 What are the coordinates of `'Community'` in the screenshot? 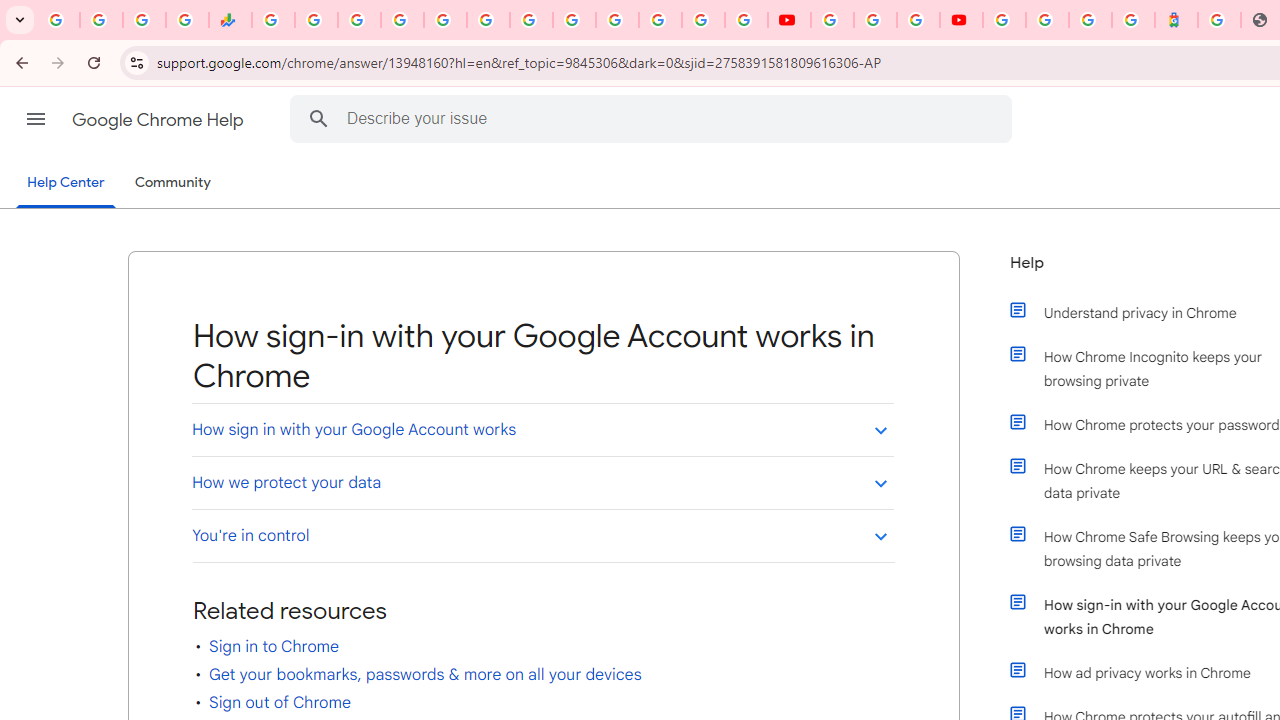 It's located at (172, 183).